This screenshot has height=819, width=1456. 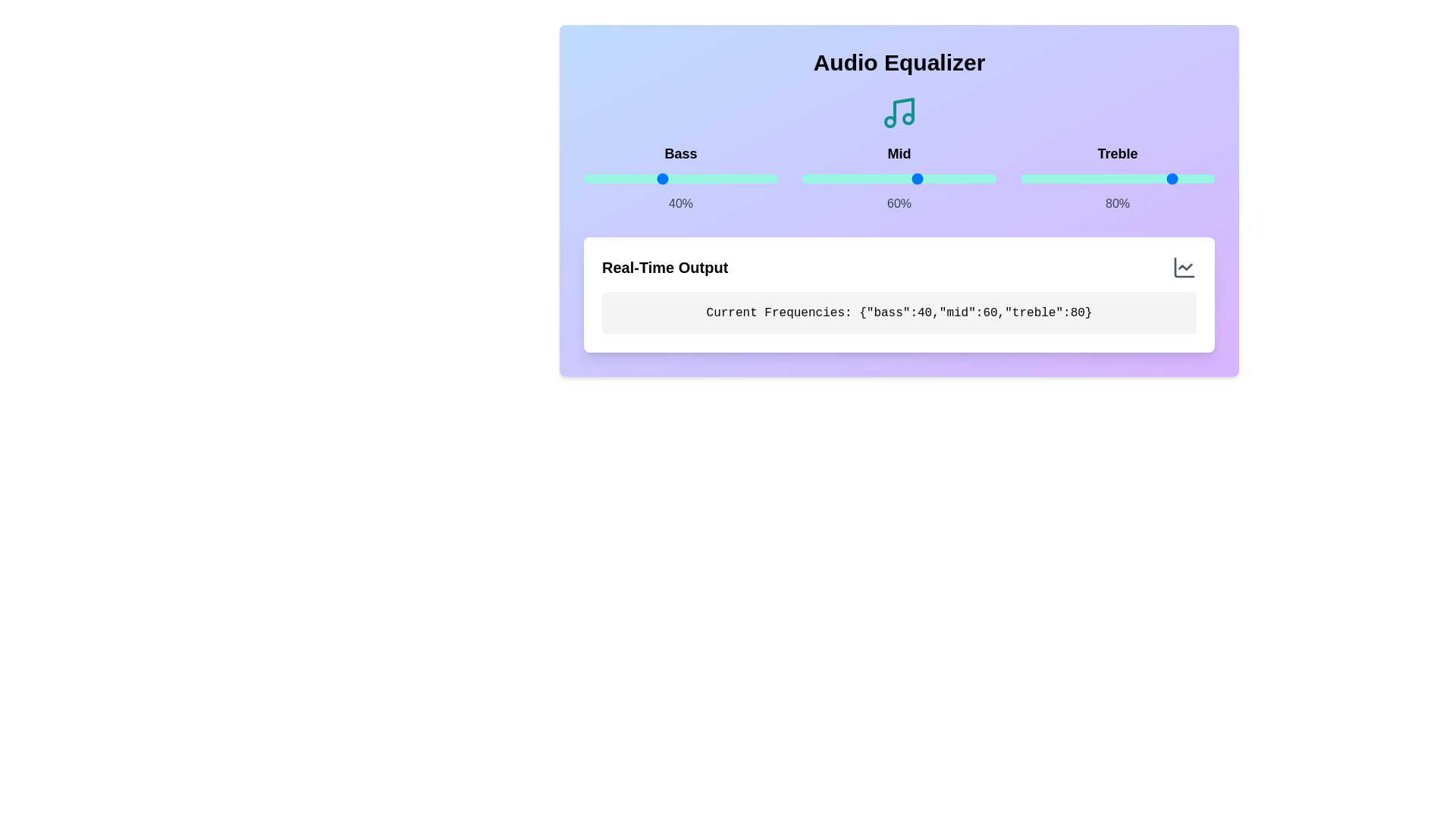 I want to click on the 'Treble' slider, so click(x=1177, y=177).